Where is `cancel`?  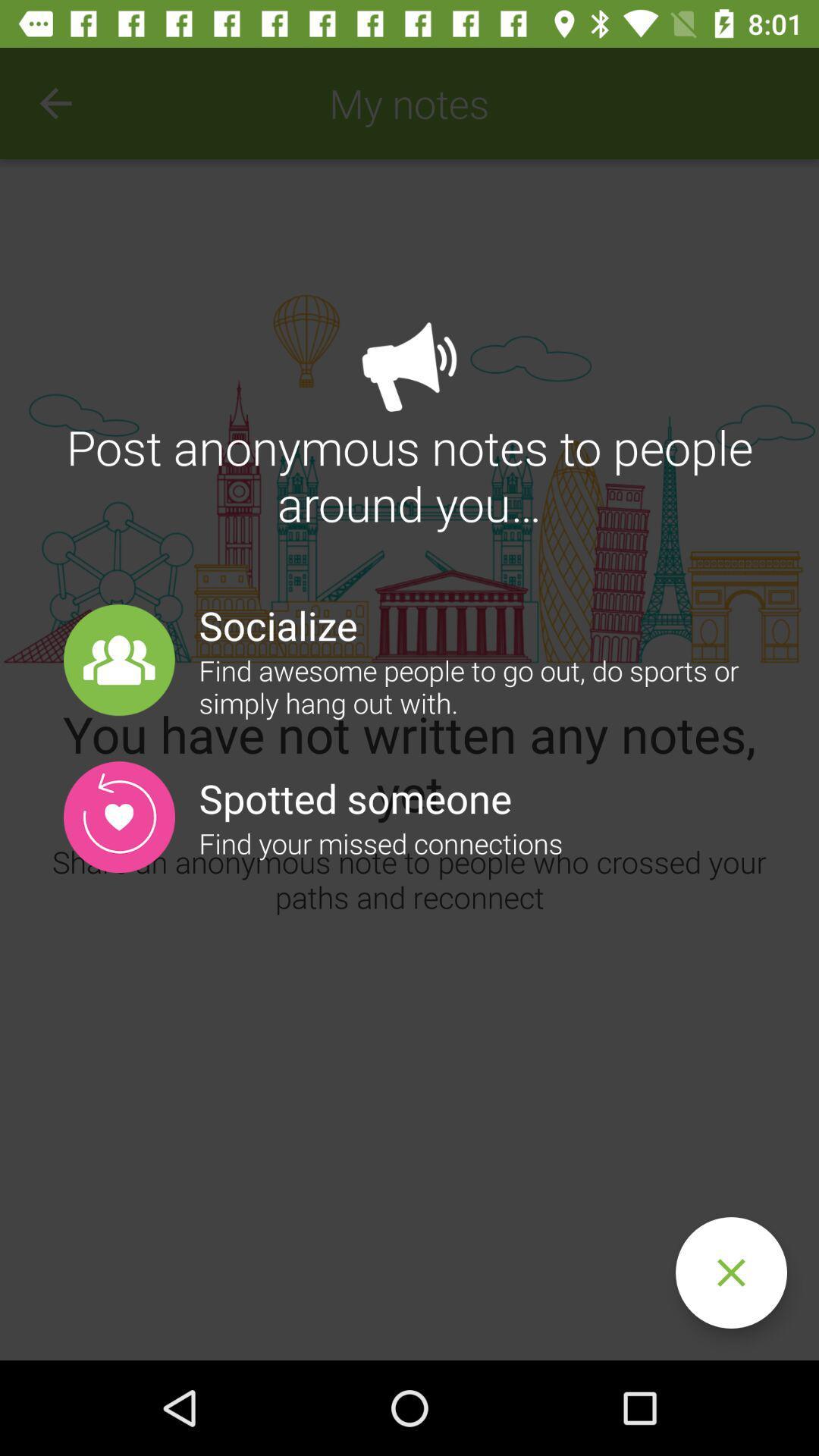
cancel is located at coordinates (730, 1272).